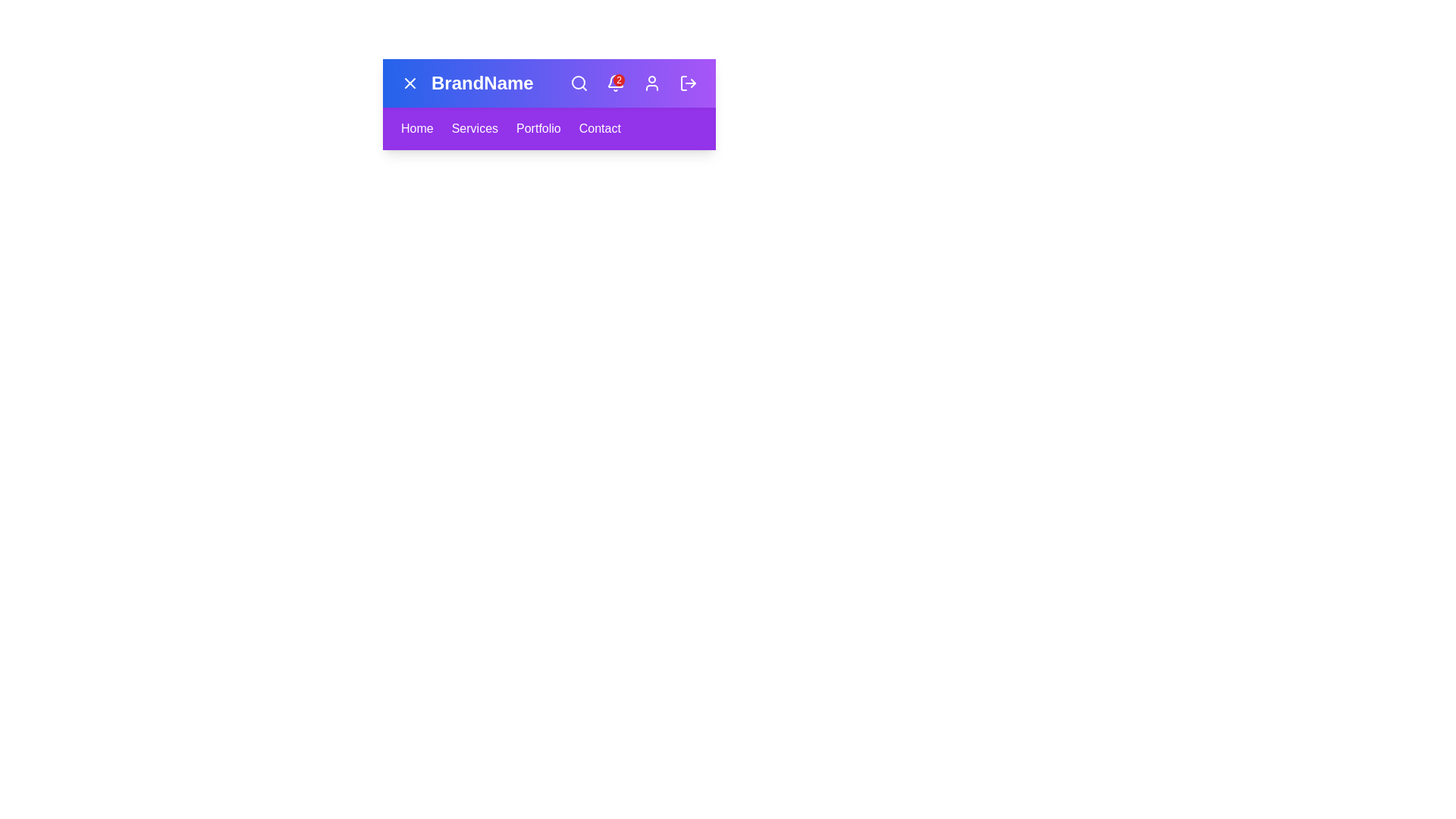 The width and height of the screenshot is (1456, 819). I want to click on the user-shaped icon, so click(651, 83).